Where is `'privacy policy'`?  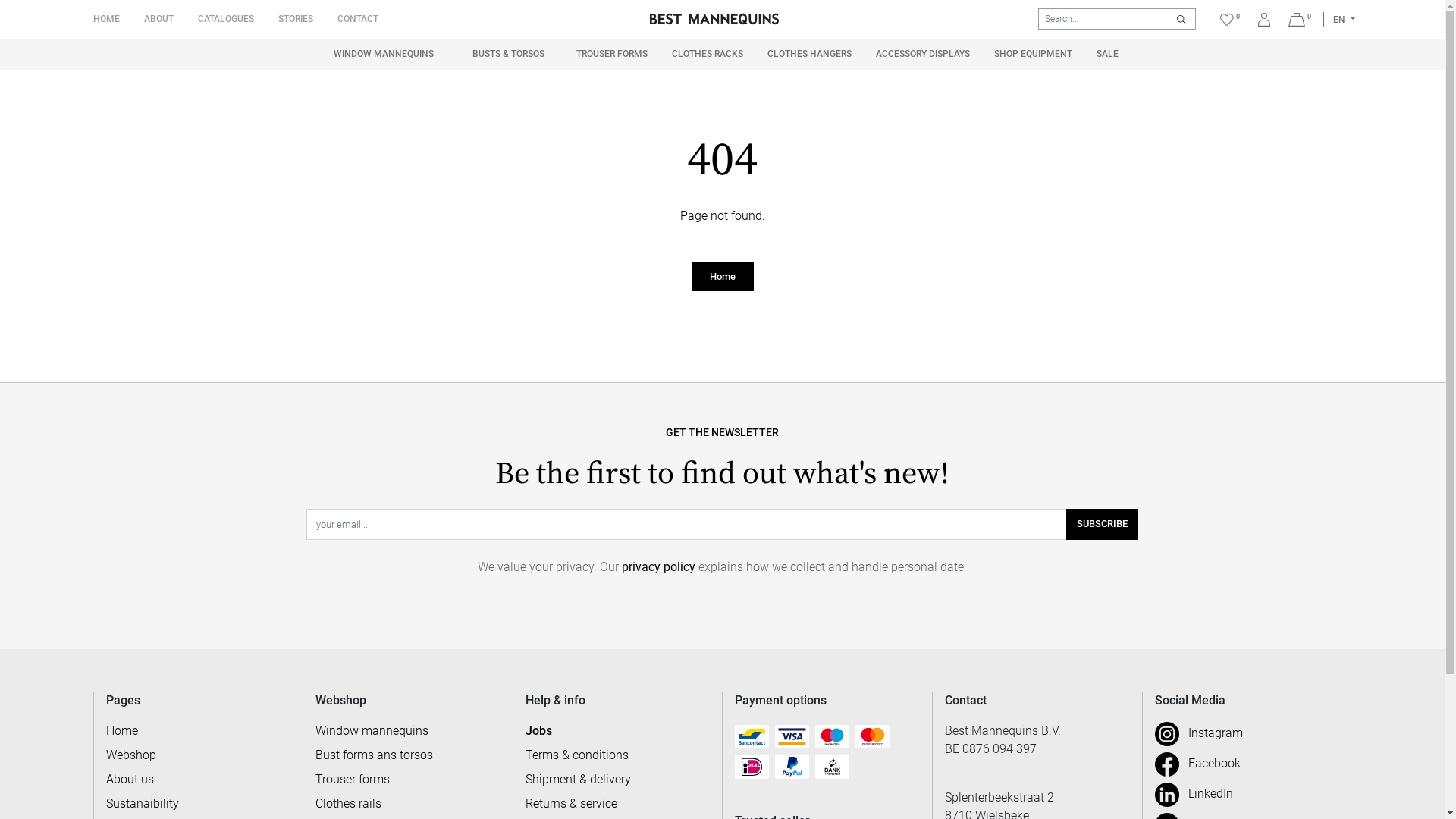 'privacy policy' is located at coordinates (658, 566).